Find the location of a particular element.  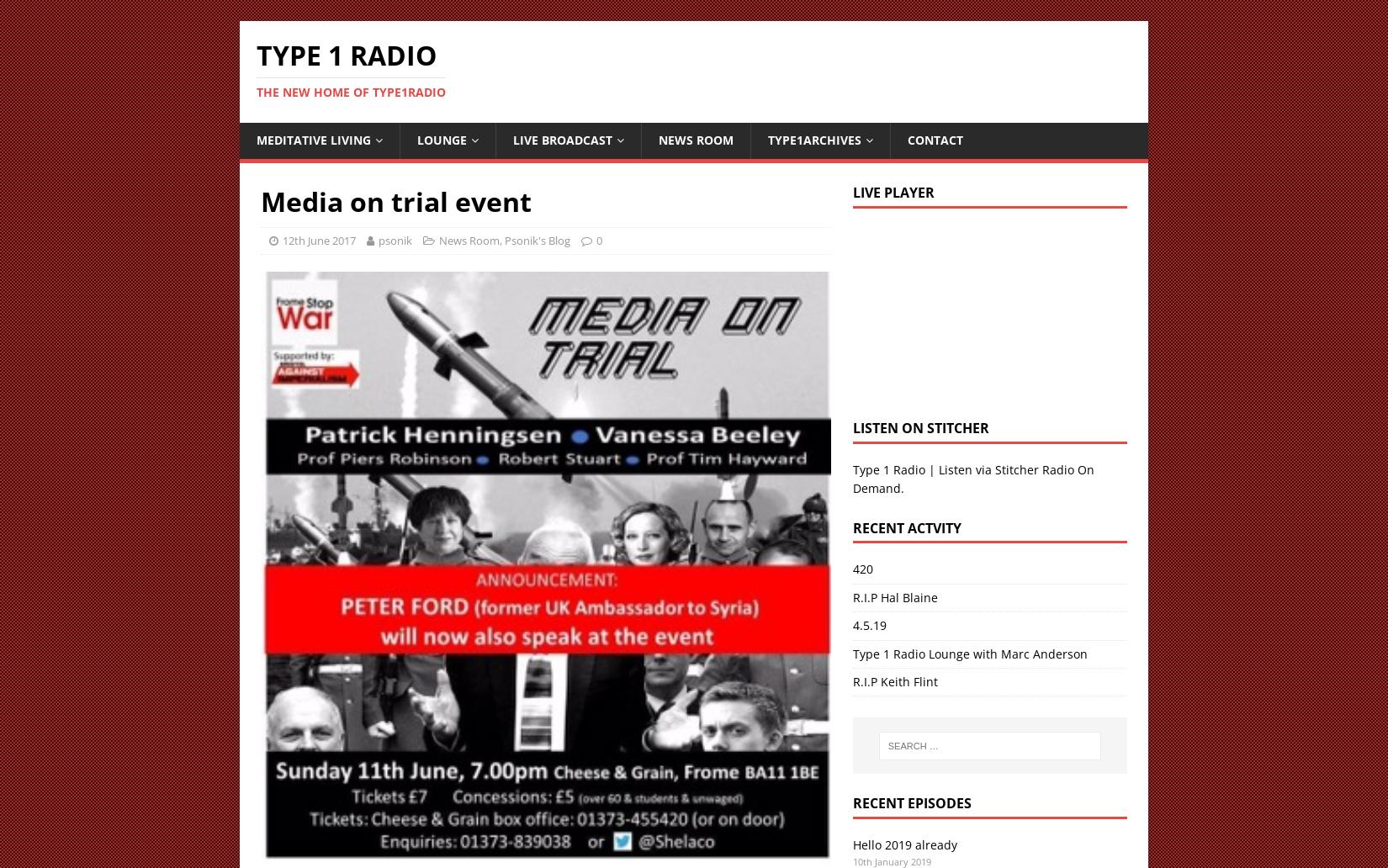

'Recent Actvity' is located at coordinates (906, 527).